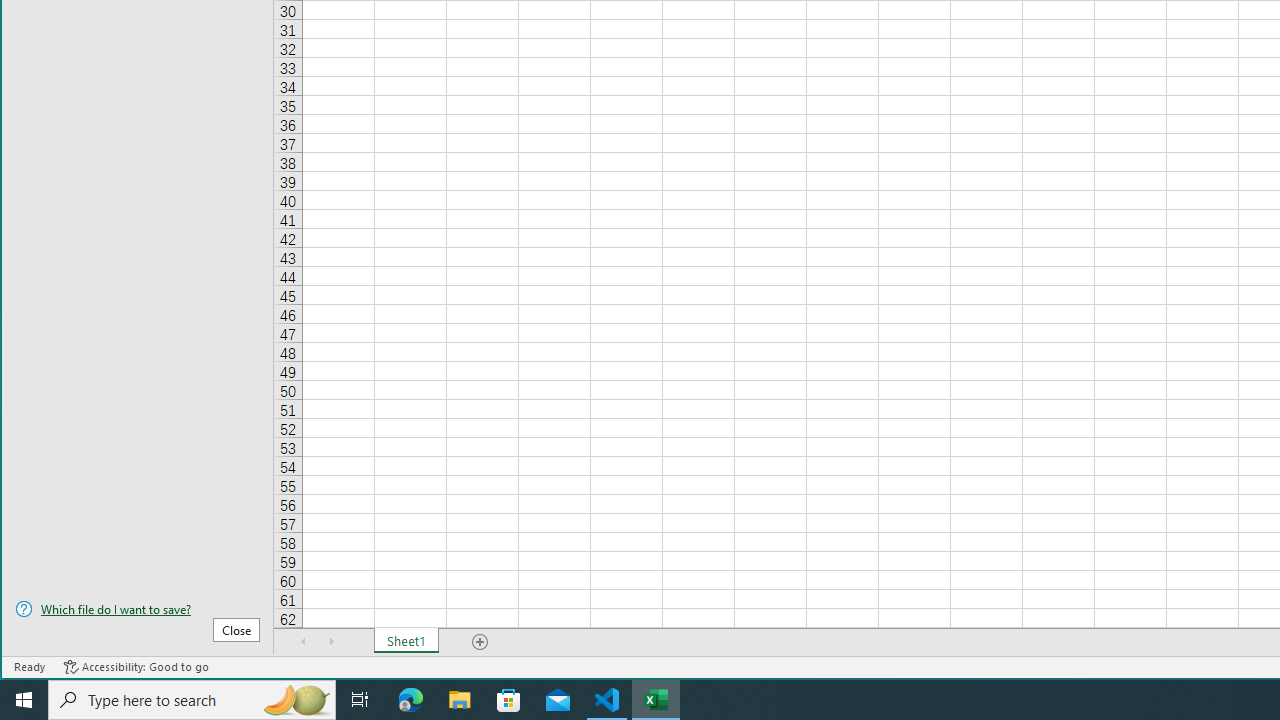  I want to click on 'Excel - 1 running window', so click(656, 698).